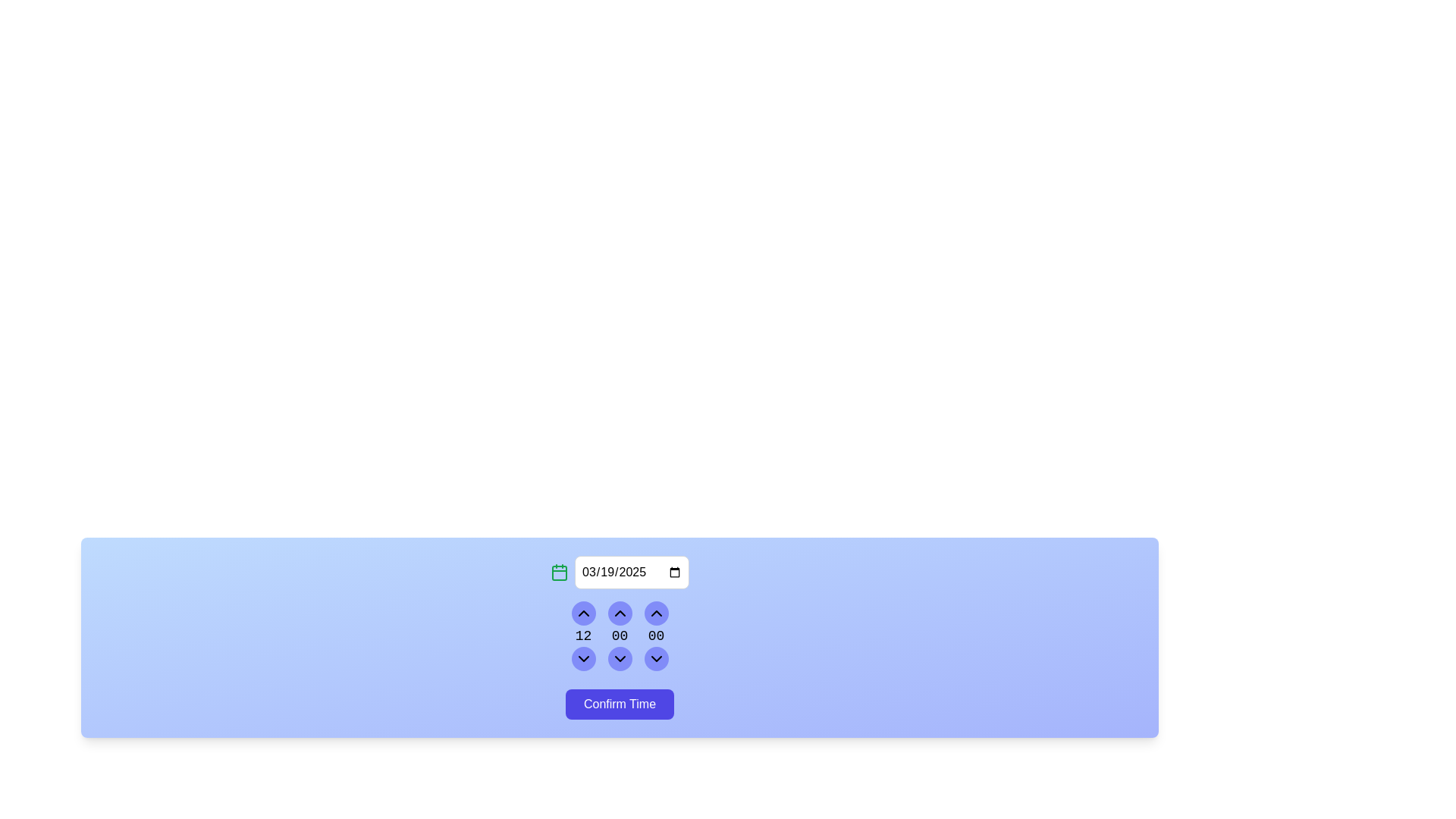 The width and height of the screenshot is (1456, 819). I want to click on the increment button for the time unit selector, located at the top of the rightmost column in the vertical layout, so click(656, 613).